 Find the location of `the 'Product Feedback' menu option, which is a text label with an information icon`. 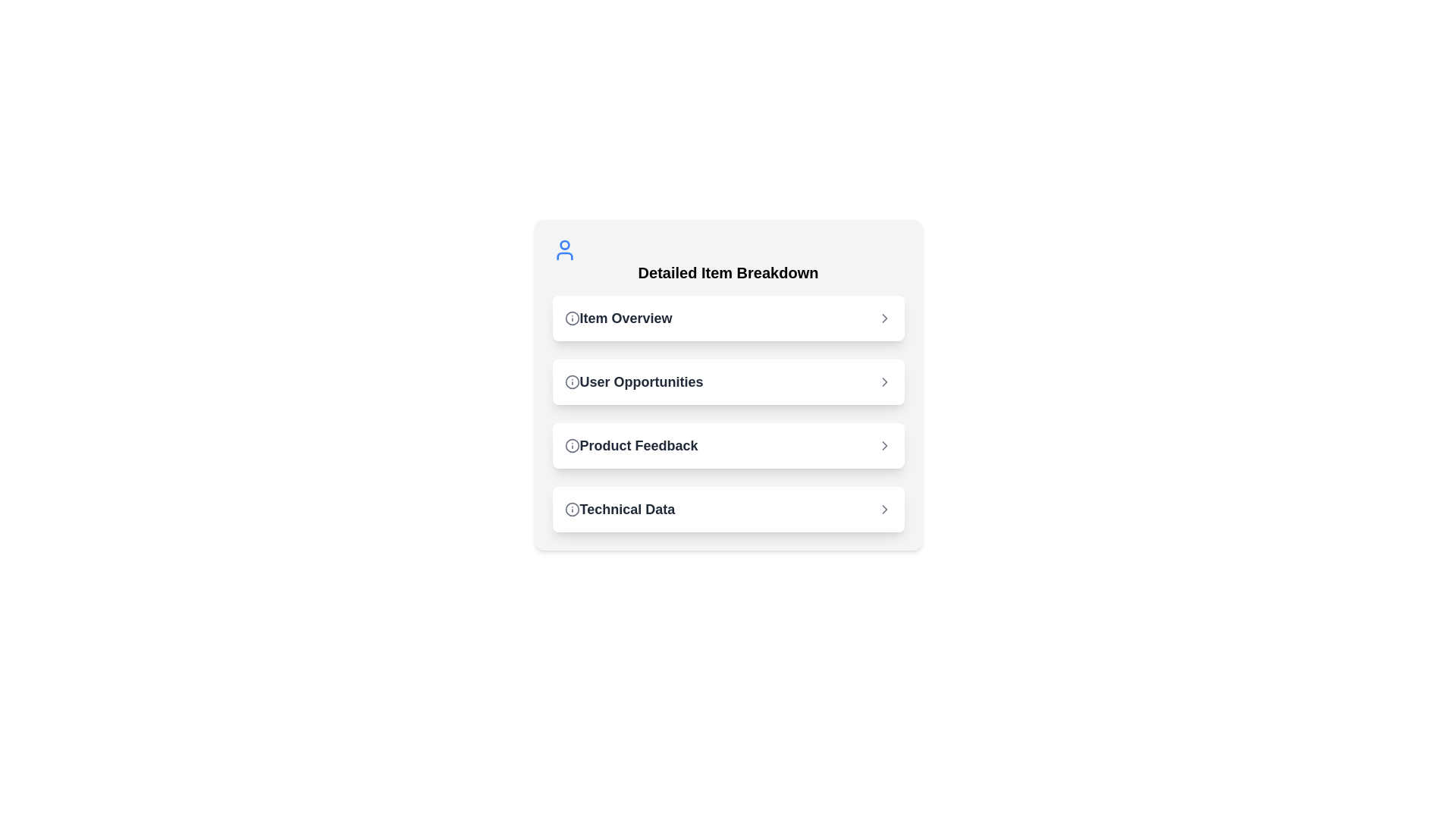

the 'Product Feedback' menu option, which is a text label with an information icon is located at coordinates (631, 444).